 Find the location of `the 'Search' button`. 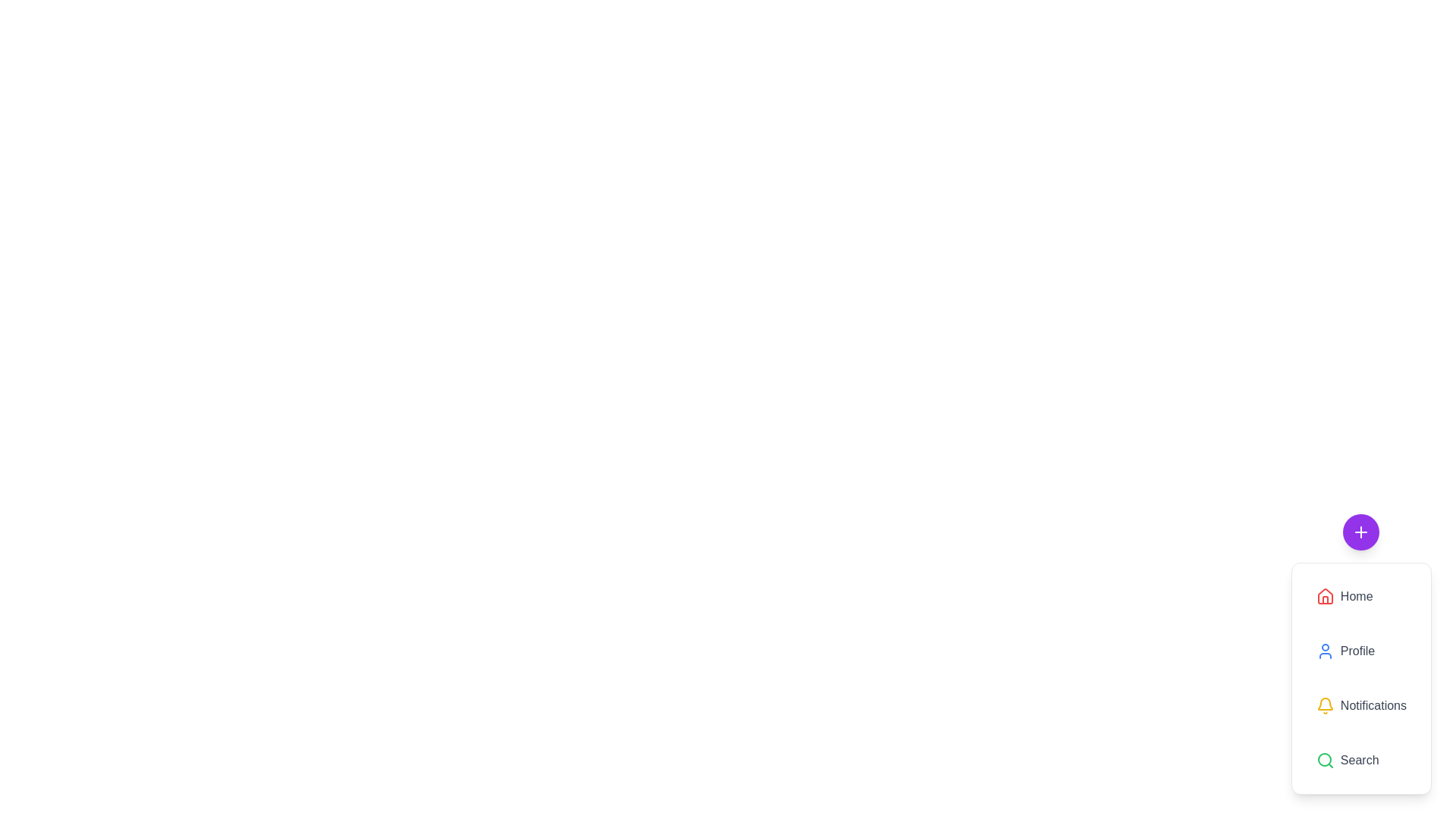

the 'Search' button is located at coordinates (1361, 760).